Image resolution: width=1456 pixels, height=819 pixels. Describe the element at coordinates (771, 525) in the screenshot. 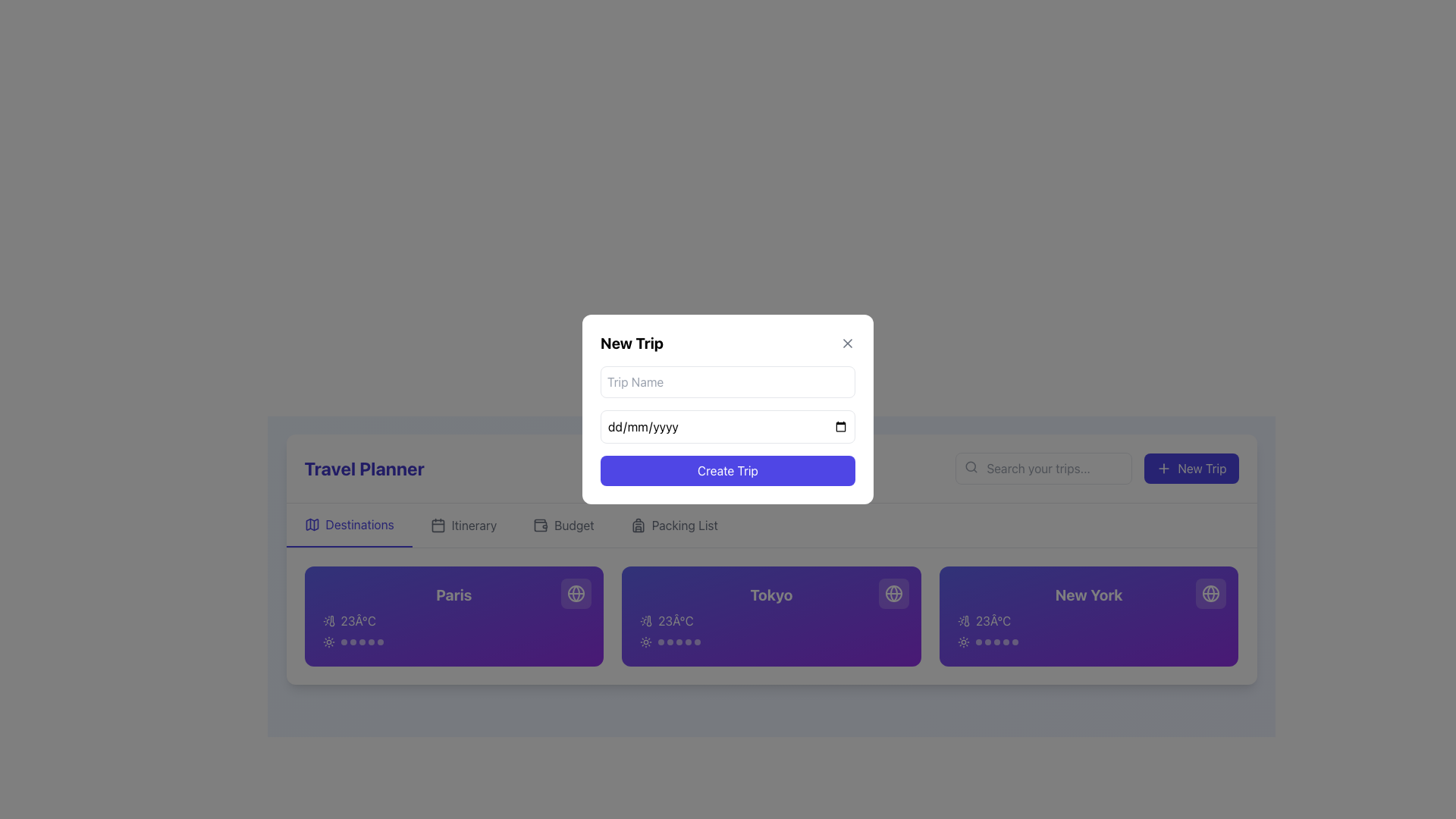

I see `the 'Itinerary' option in the Navigation menu located below the 'Travel Planner' title bar to switch to the itinerary view` at that location.